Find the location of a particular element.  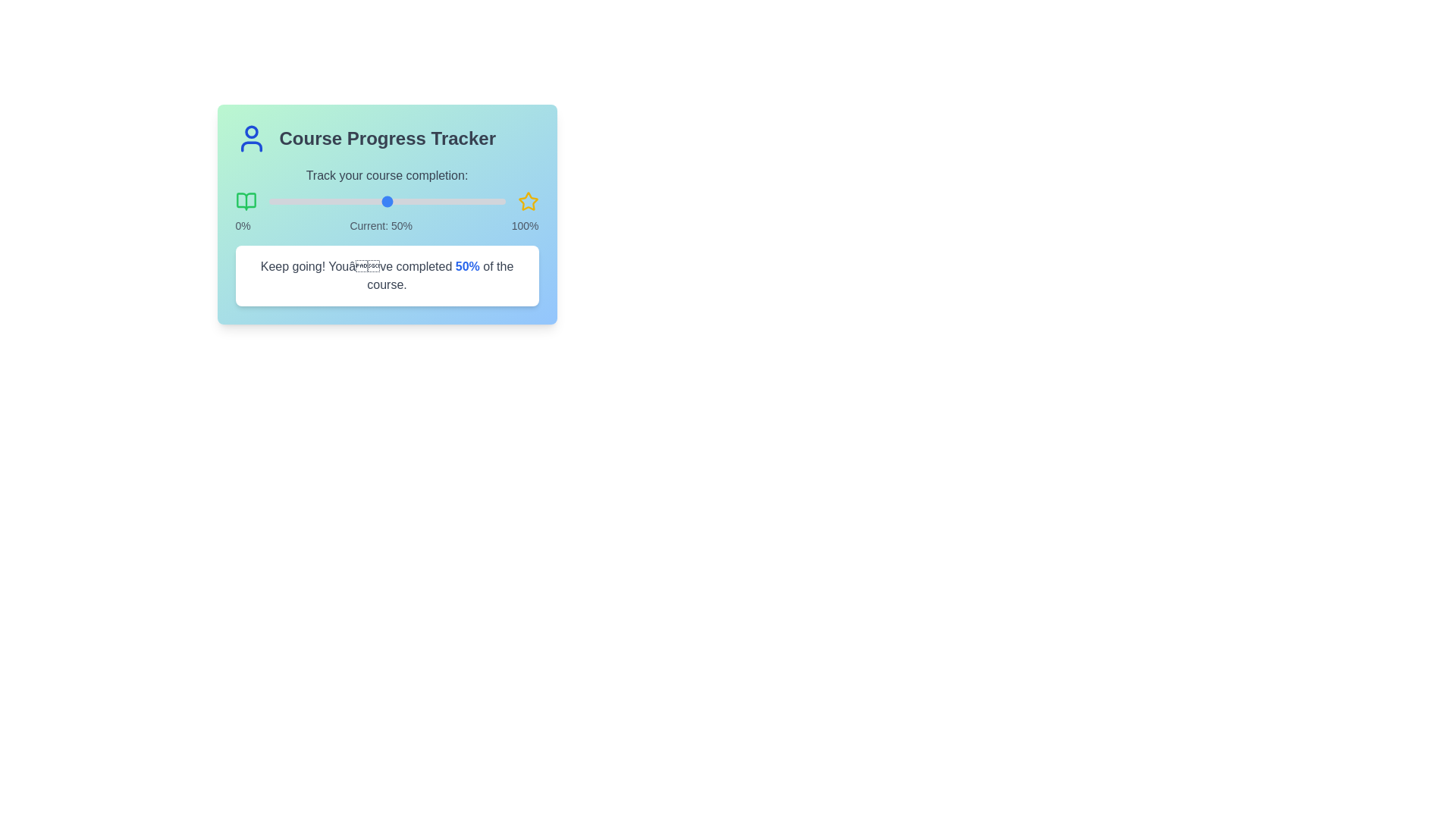

the progress slider to 25% completion is located at coordinates (327, 201).